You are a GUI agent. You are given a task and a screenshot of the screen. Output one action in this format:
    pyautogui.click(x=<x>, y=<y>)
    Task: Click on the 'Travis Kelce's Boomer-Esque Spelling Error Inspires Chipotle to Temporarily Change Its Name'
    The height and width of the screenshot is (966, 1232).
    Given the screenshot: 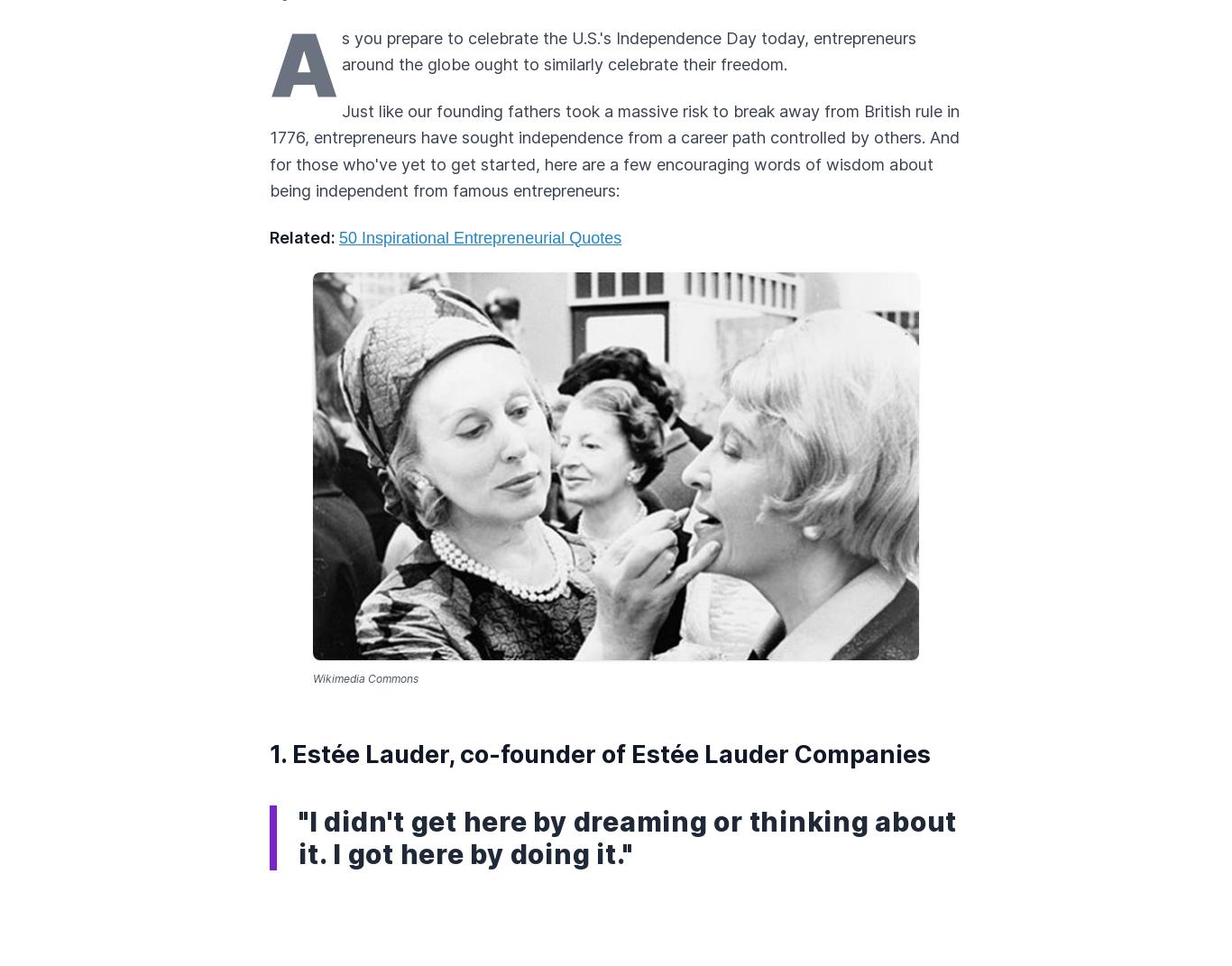 What is the action you would take?
    pyautogui.click(x=270, y=374)
    